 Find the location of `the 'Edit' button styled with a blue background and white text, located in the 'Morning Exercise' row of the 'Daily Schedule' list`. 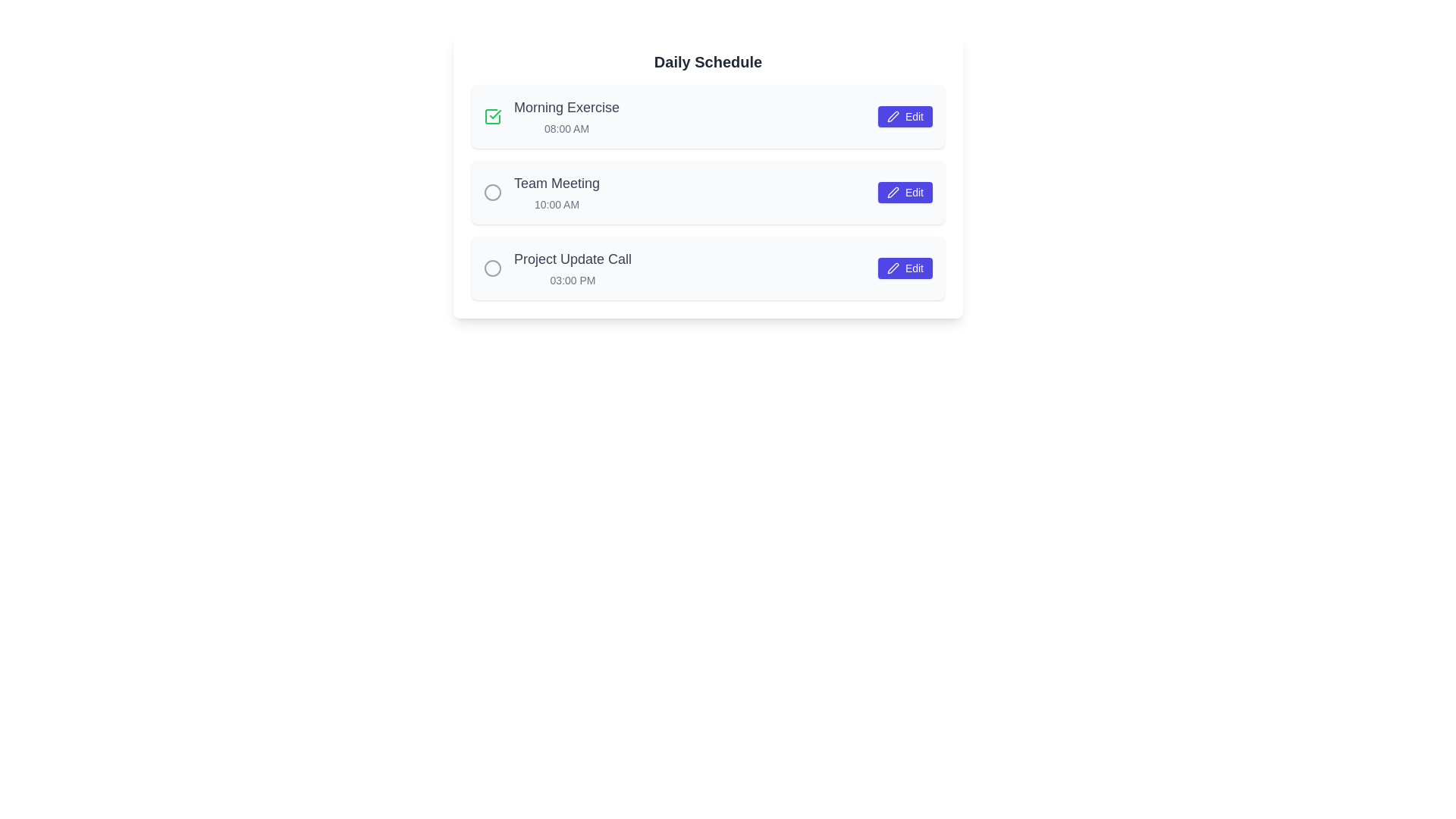

the 'Edit' button styled with a blue background and white text, located in the 'Morning Exercise' row of the 'Daily Schedule' list is located at coordinates (905, 116).